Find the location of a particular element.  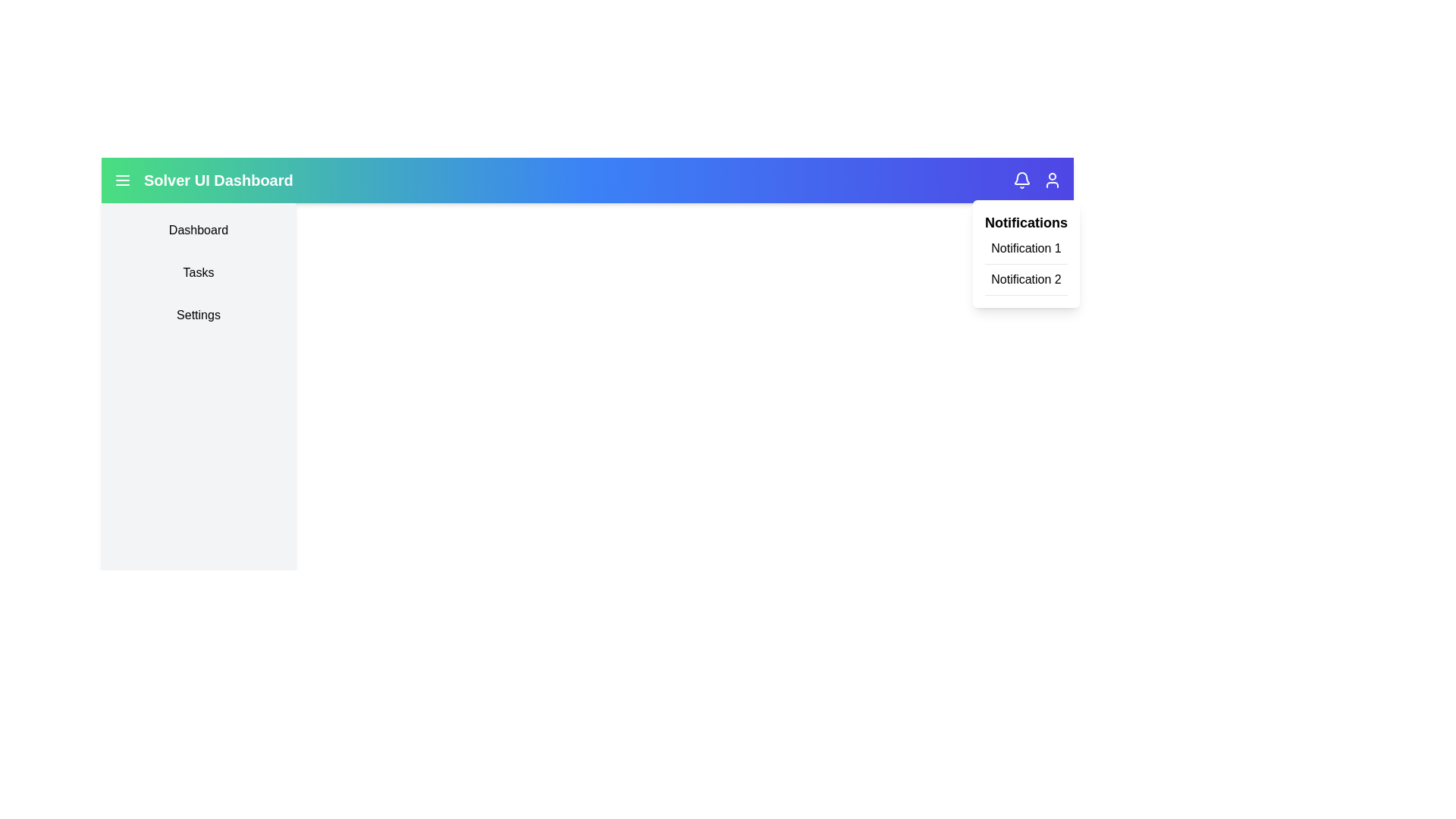

the 'Notification 2' text element, which is styled with a bottom border and displays in black on a white background, located in the dropdown panel beneath the 'Notifications' title is located at coordinates (1026, 283).